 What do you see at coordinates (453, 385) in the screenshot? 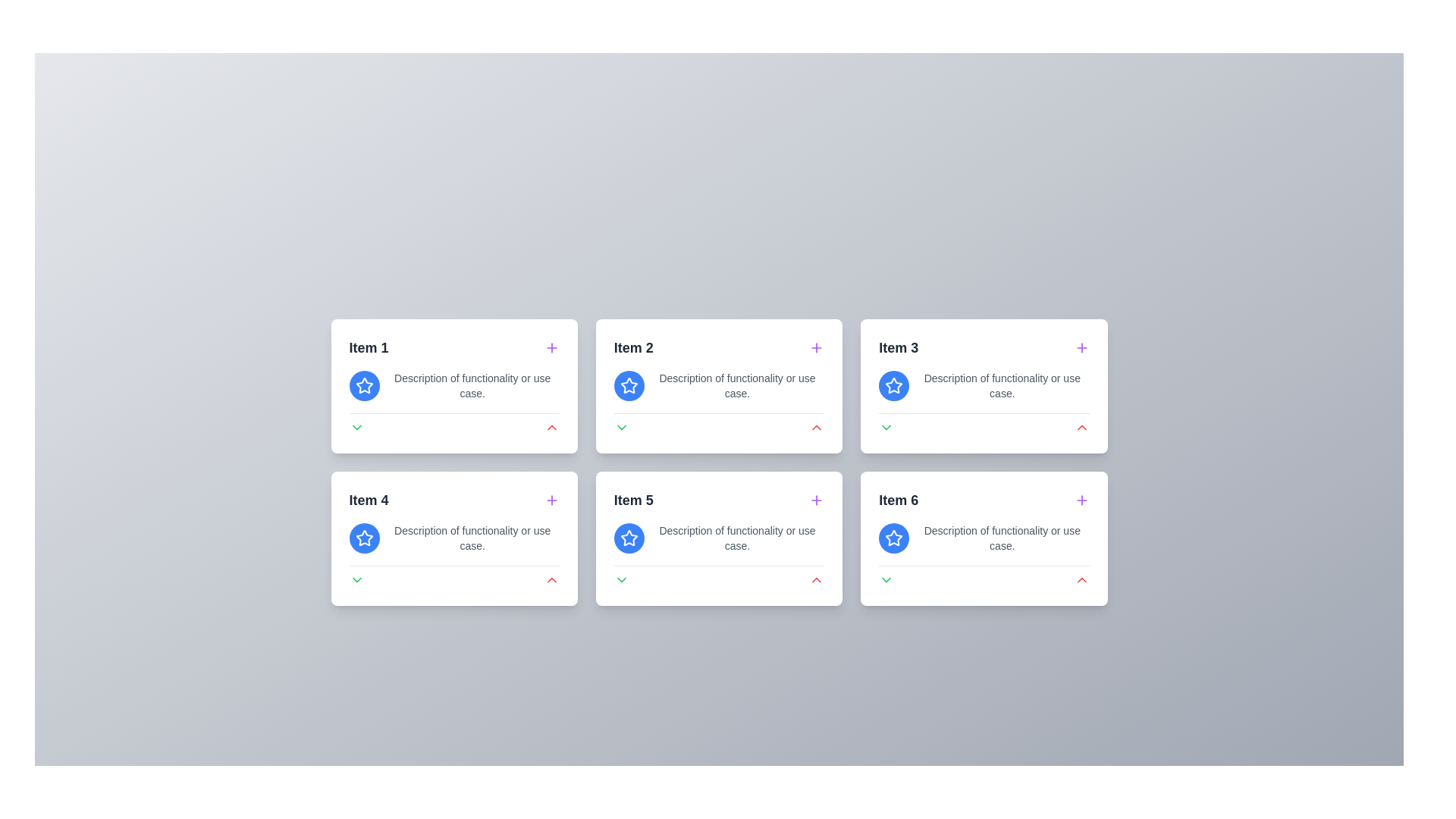
I see `the text 'Description of functionality or use case' associated with the blue circular icon containing a white star in the 'Item 1' card` at bounding box center [453, 385].